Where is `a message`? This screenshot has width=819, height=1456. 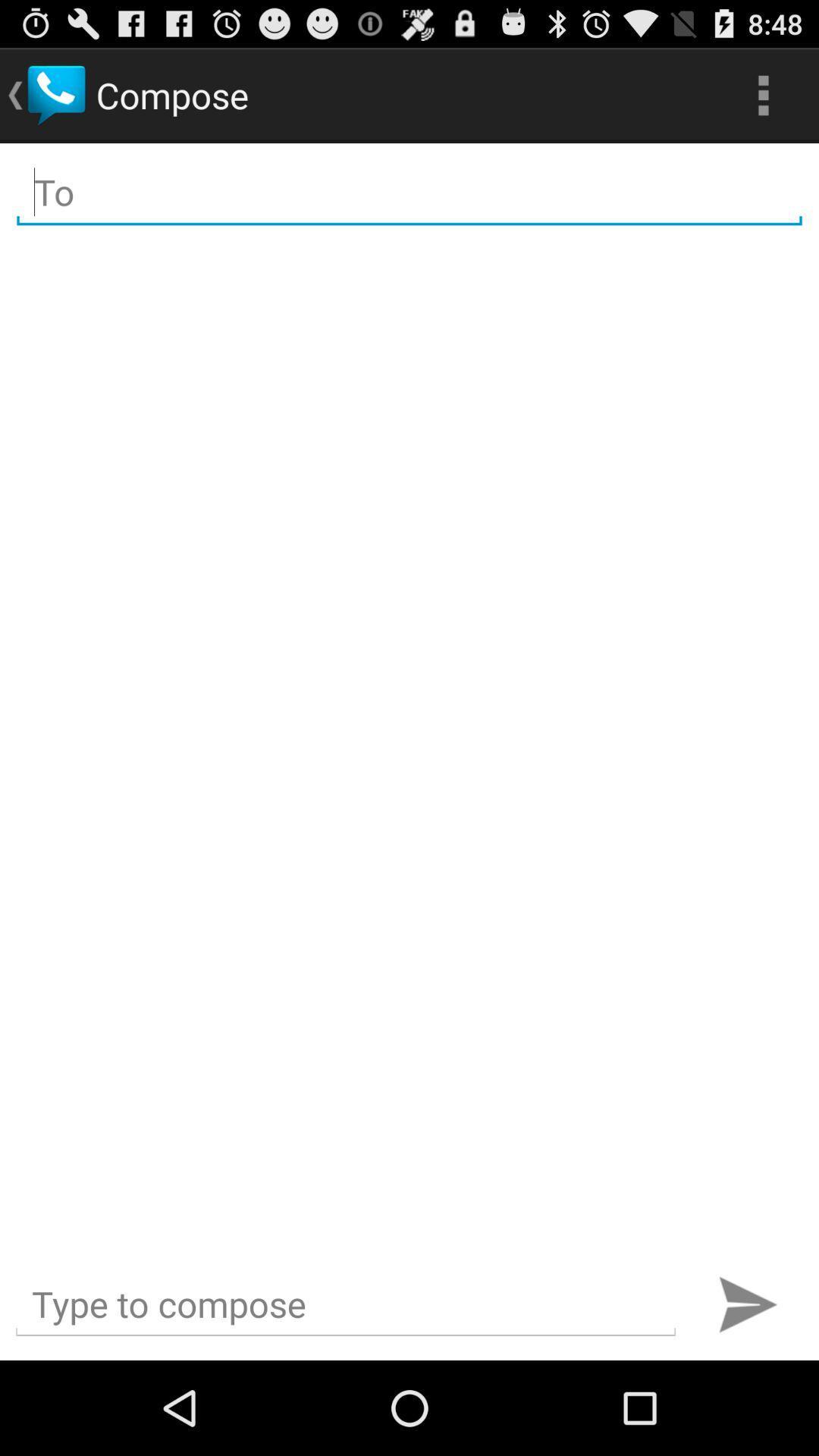
a message is located at coordinates (345, 1304).